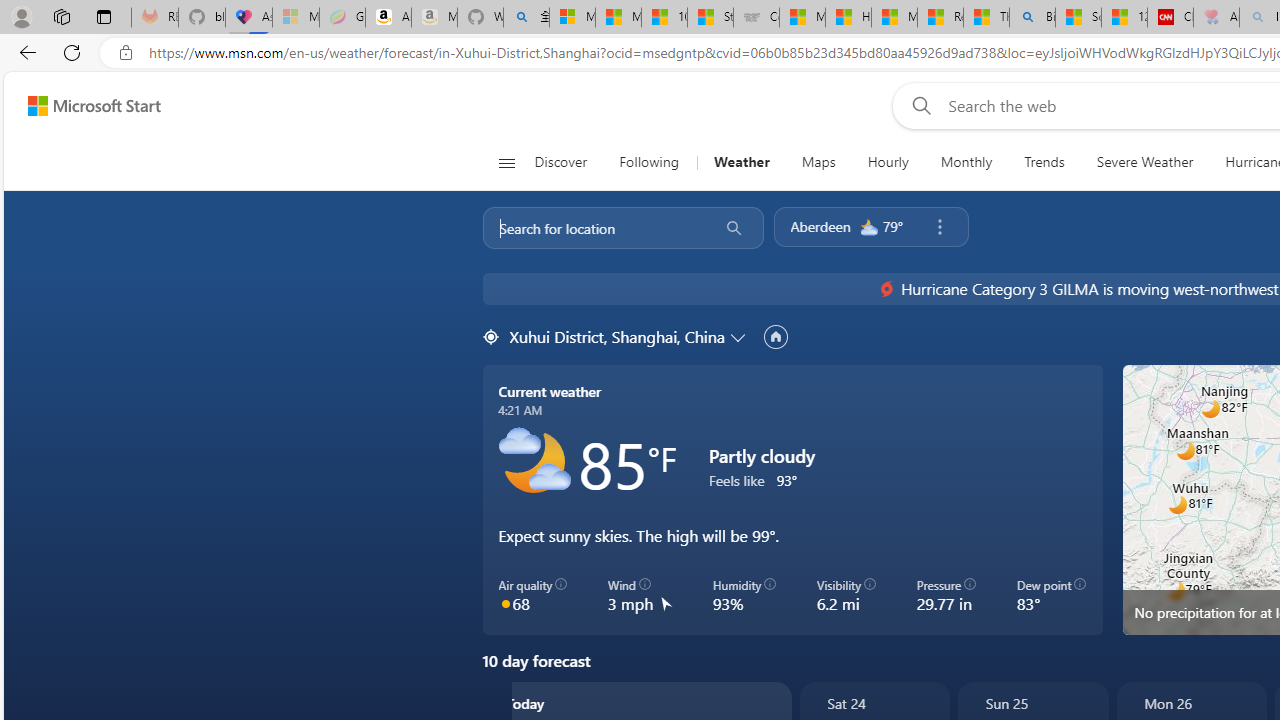  I want to click on 'Bing', so click(1032, 17).